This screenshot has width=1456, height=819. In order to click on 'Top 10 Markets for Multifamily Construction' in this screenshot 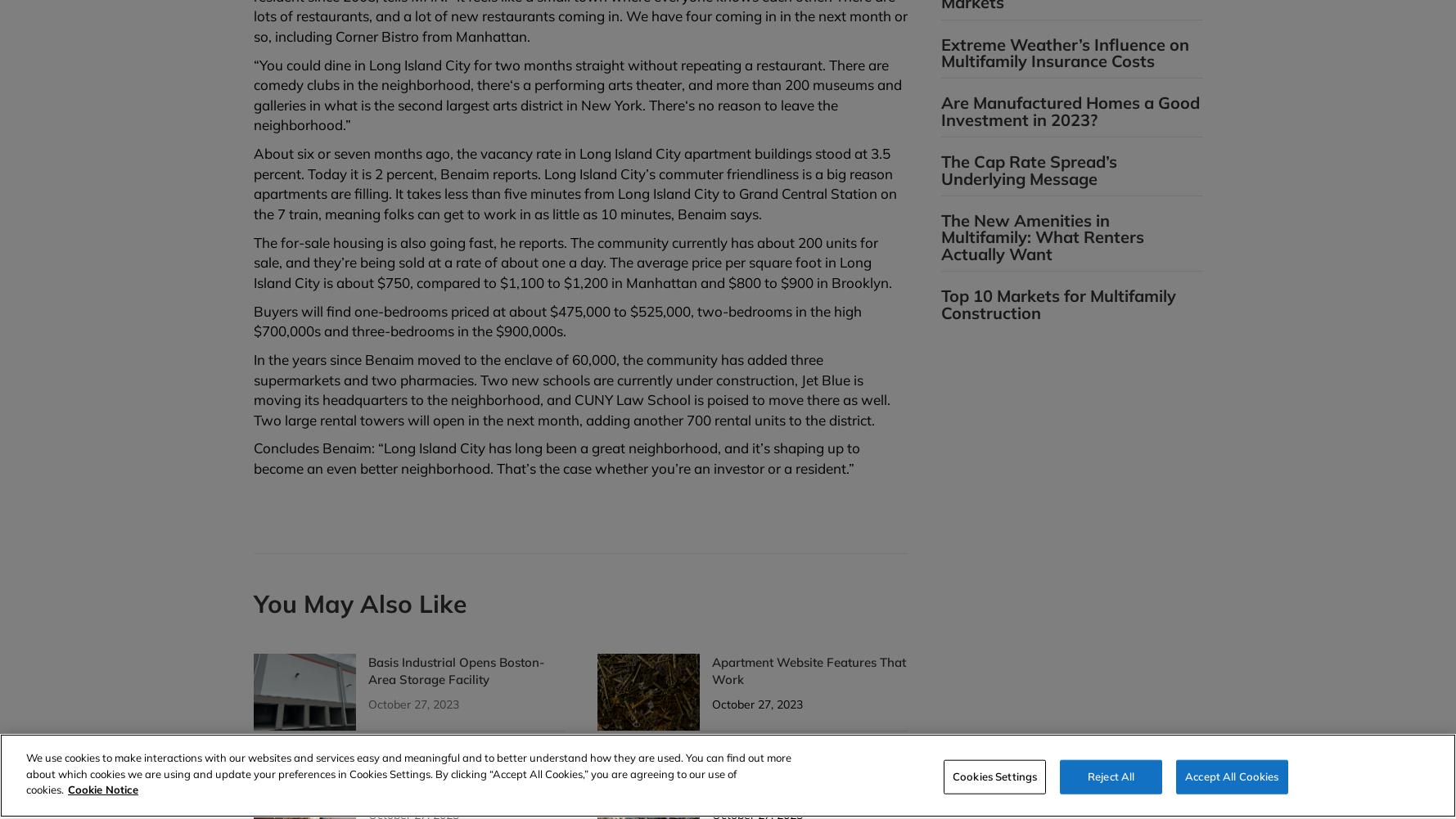, I will do `click(1057, 303)`.